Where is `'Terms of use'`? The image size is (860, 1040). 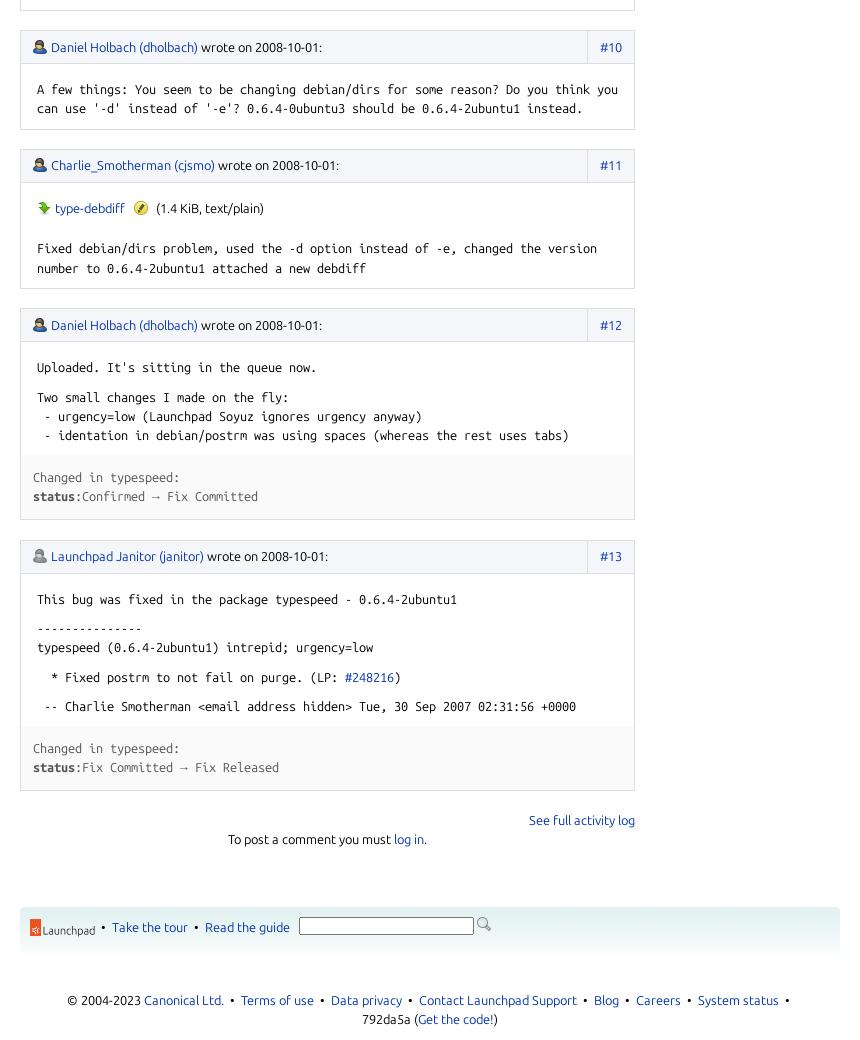 'Terms of use' is located at coordinates (276, 999).